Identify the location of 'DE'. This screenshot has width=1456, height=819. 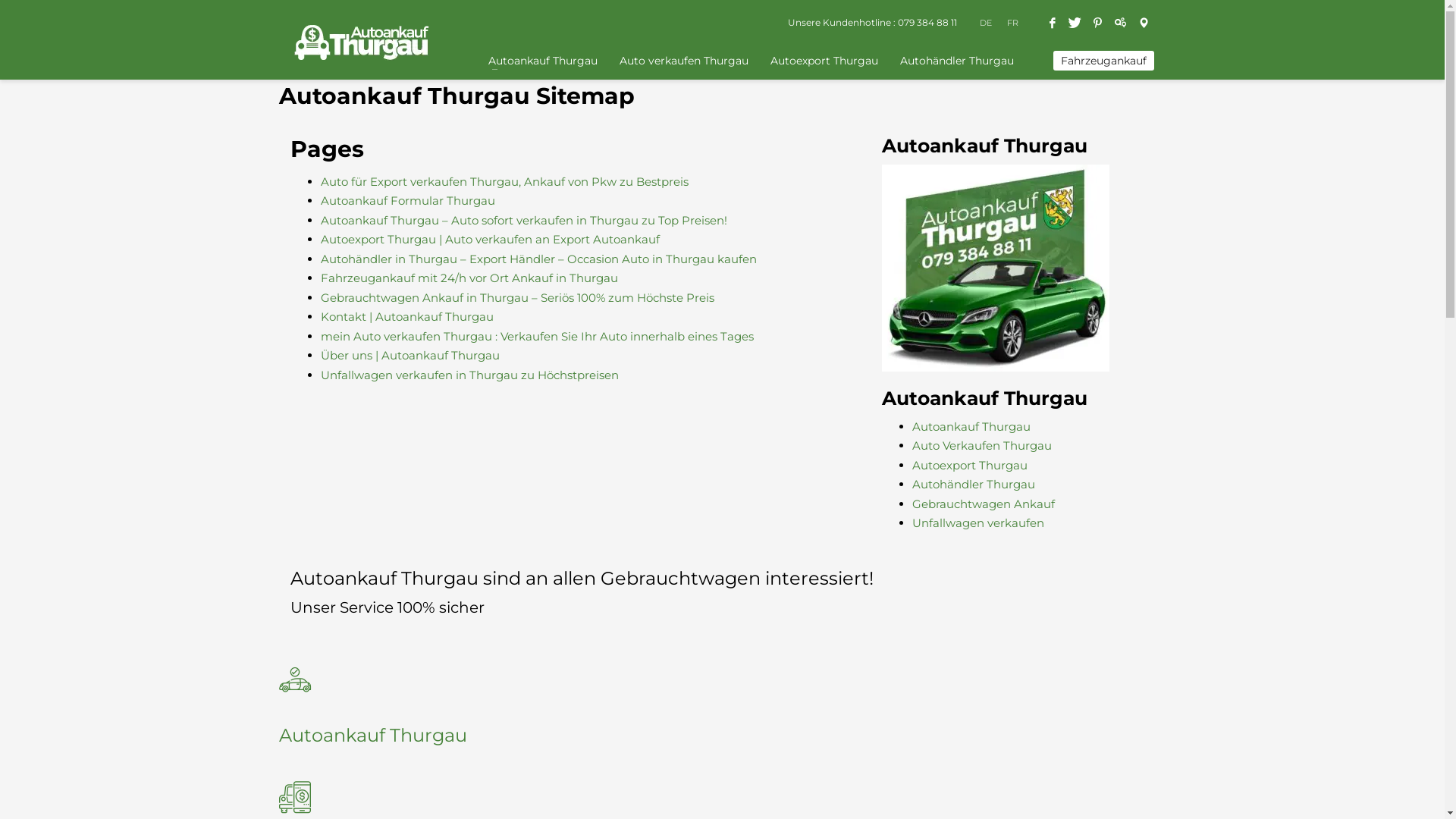
(979, 23).